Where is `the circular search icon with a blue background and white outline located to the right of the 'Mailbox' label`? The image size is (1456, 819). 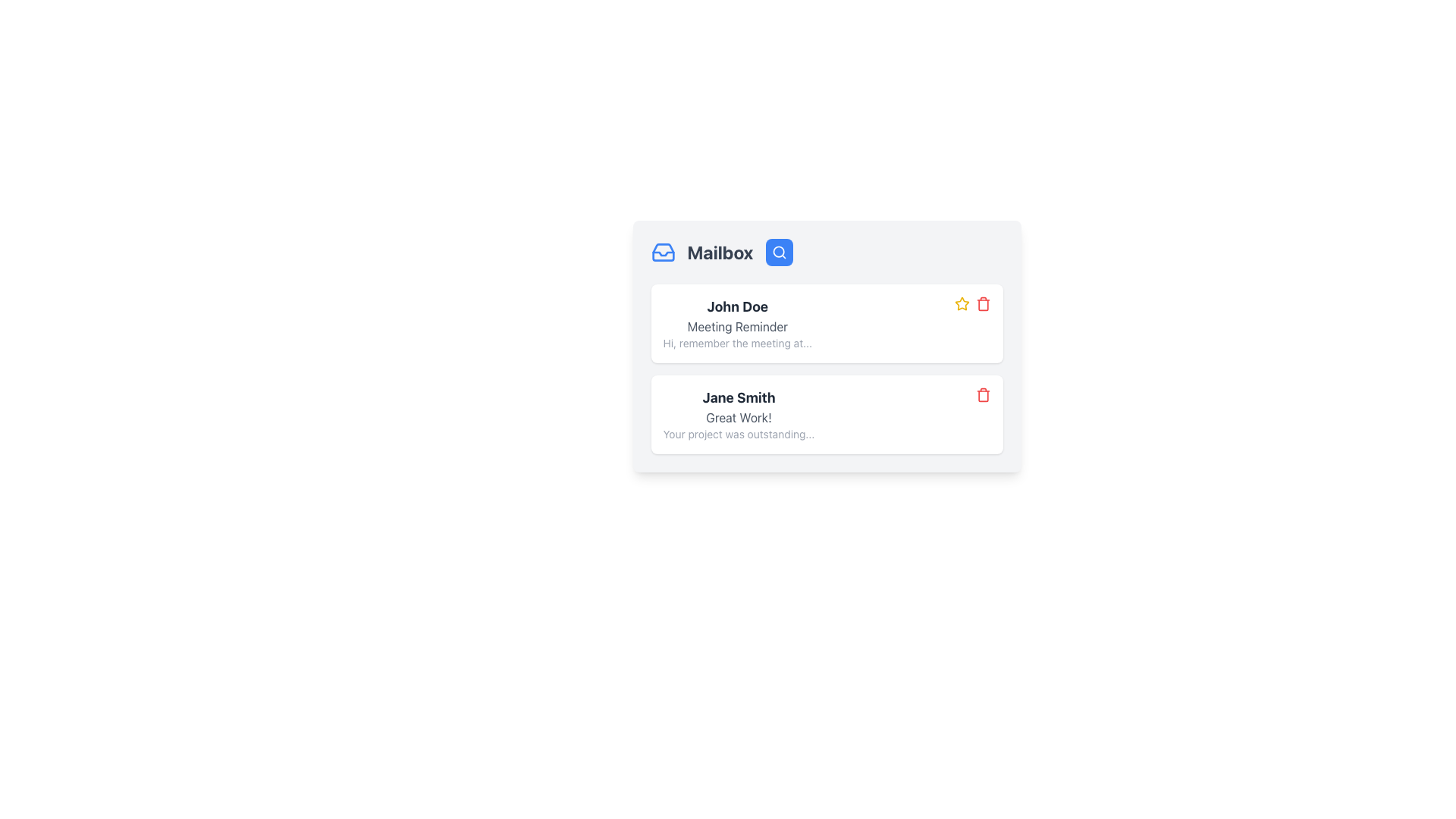
the circular search icon with a blue background and white outline located to the right of the 'Mailbox' label is located at coordinates (779, 251).